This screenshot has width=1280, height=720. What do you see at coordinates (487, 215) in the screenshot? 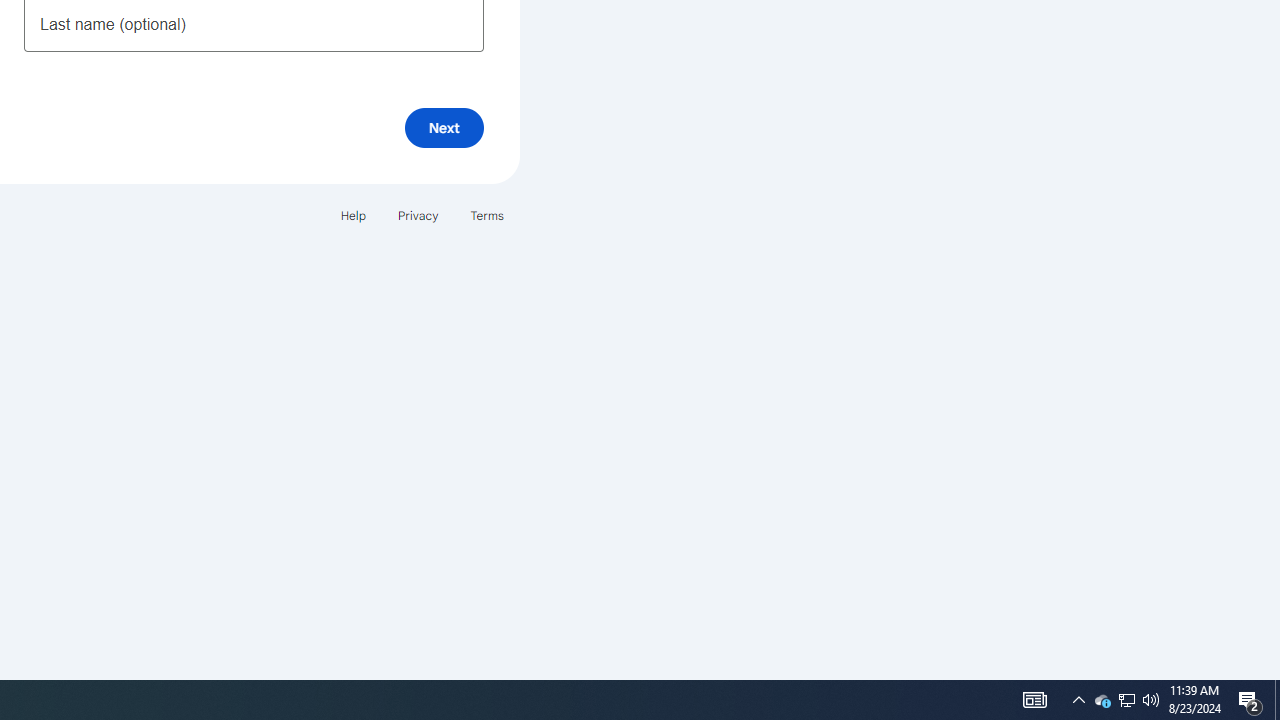
I see `'Terms'` at bounding box center [487, 215].